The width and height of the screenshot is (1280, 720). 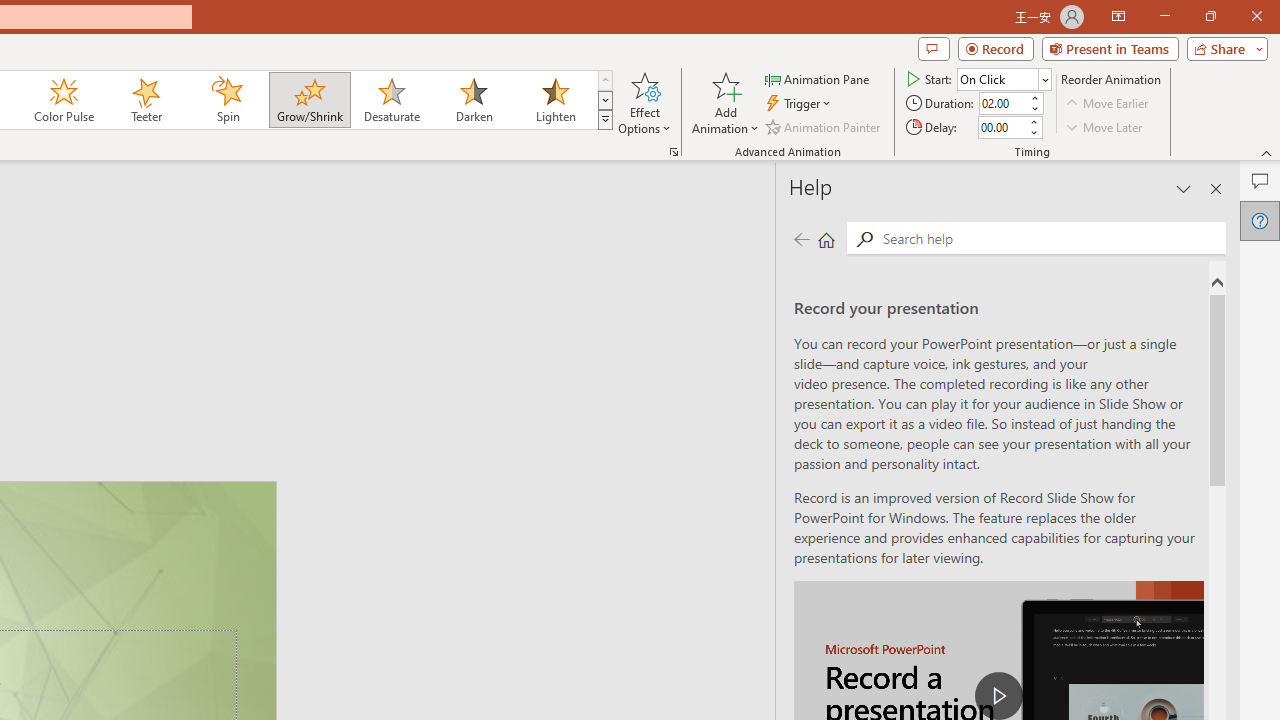 I want to click on 'Add Animation', so click(x=724, y=103).